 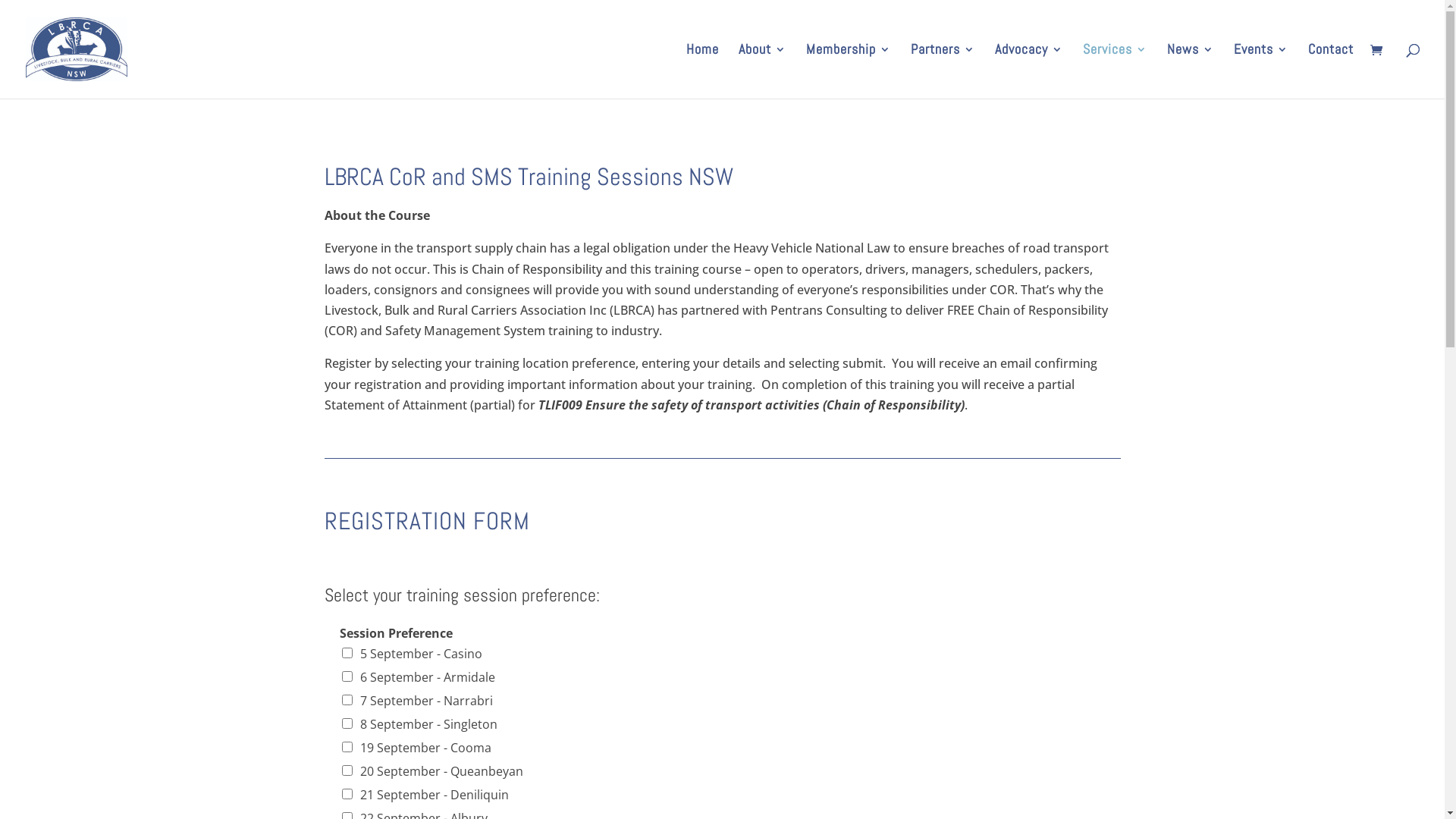 I want to click on 'Events', so click(x=1260, y=71).